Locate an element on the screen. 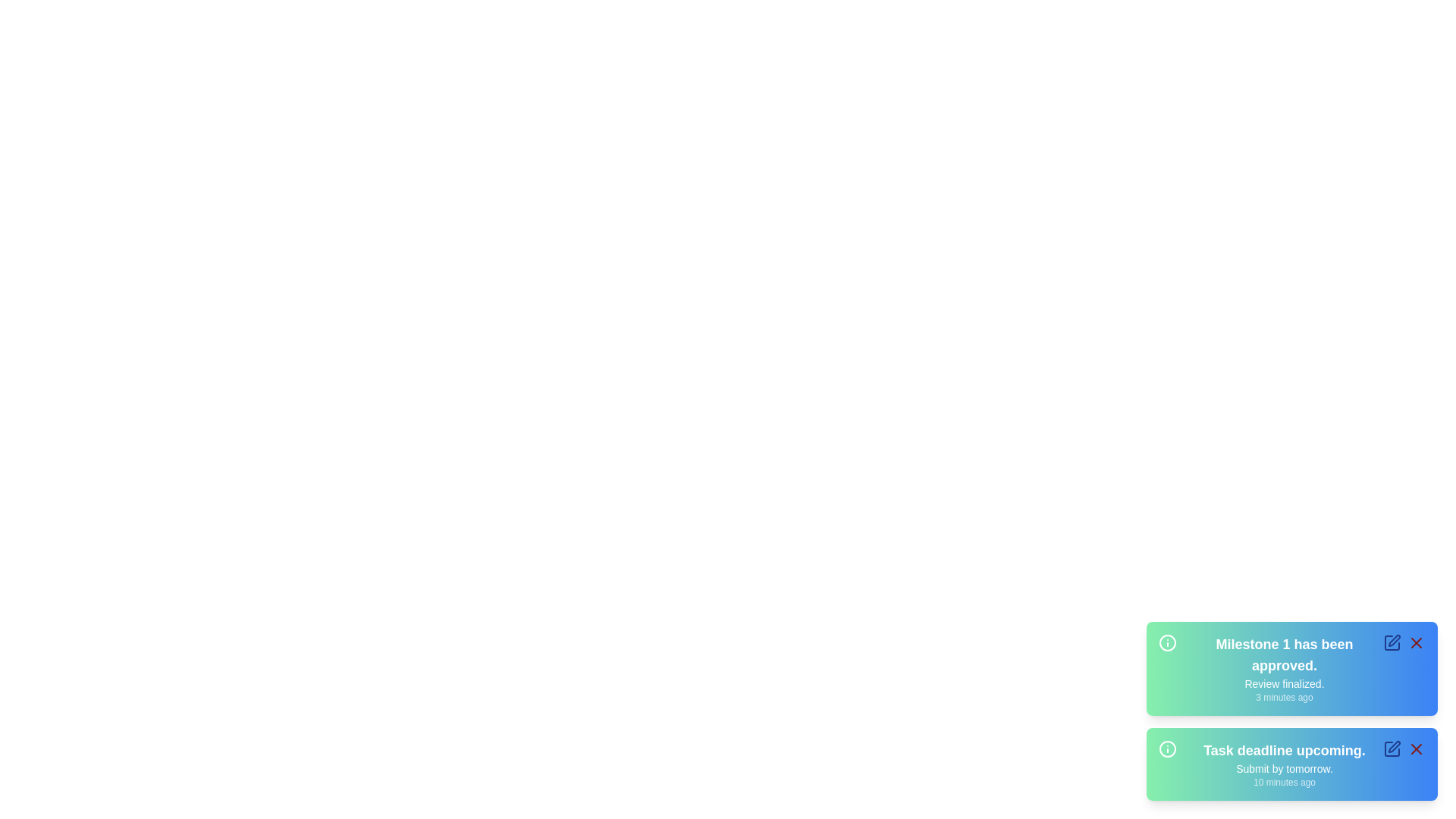 Image resolution: width=1456 pixels, height=819 pixels. edit button for the notification titled 'Milestone 1 has been approved.' is located at coordinates (1392, 643).